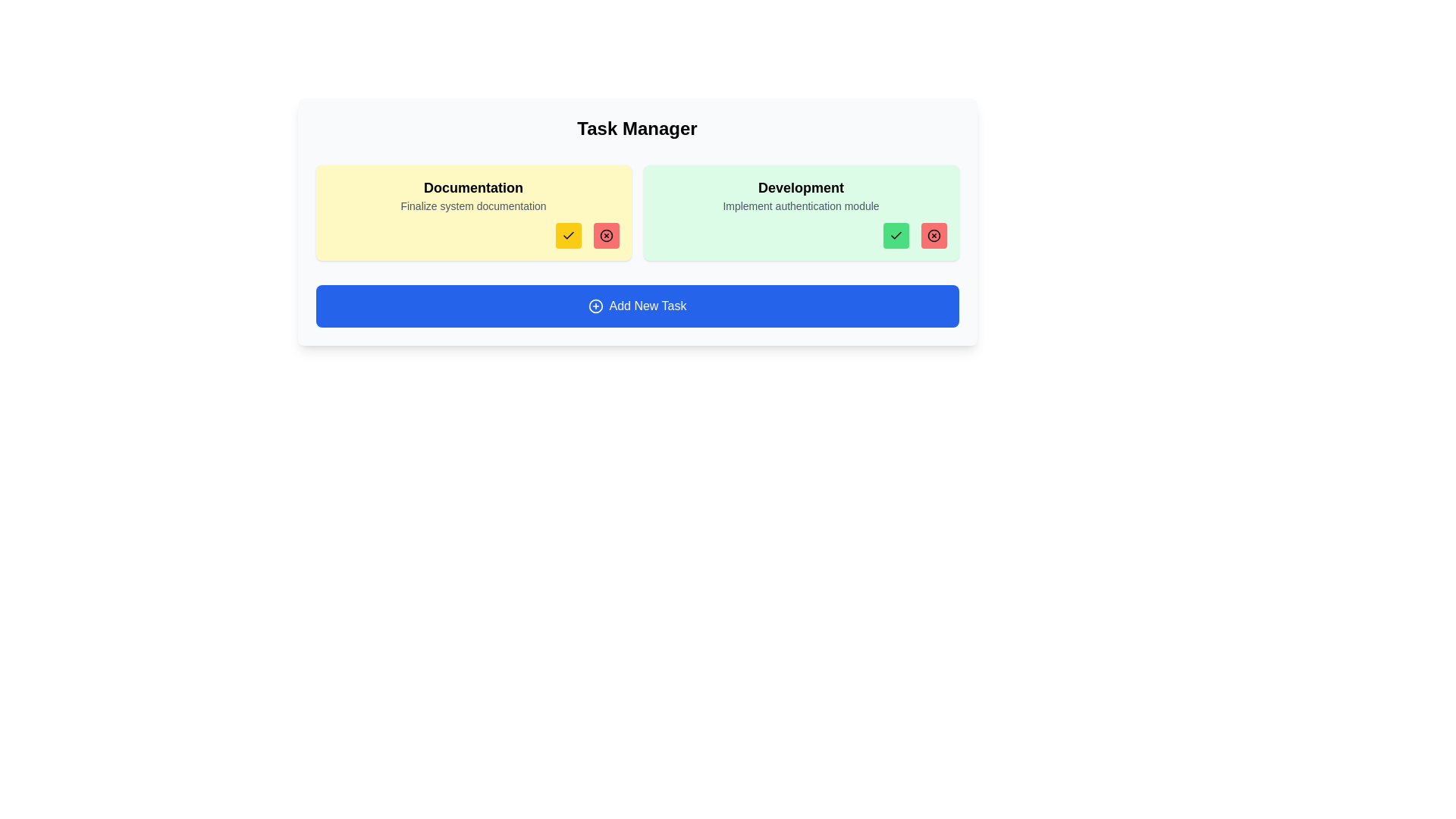 The image size is (1456, 819). What do you see at coordinates (896, 236) in the screenshot?
I see `the checkmark icon button within the green rounded square background on the task card labeled 'Development' to mark the associated task as completed` at bounding box center [896, 236].